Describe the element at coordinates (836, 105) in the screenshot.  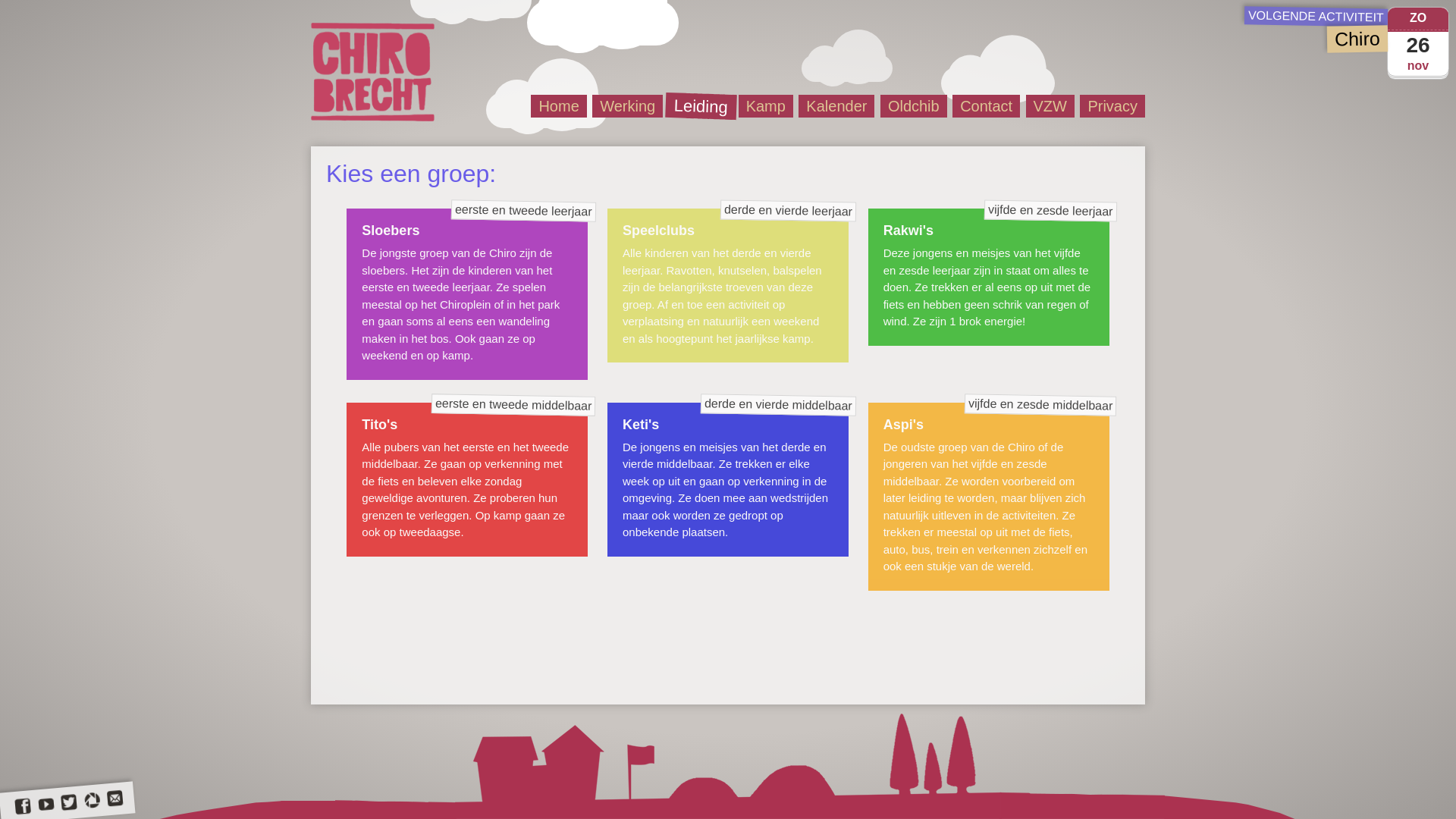
I see `'Kalender'` at that location.